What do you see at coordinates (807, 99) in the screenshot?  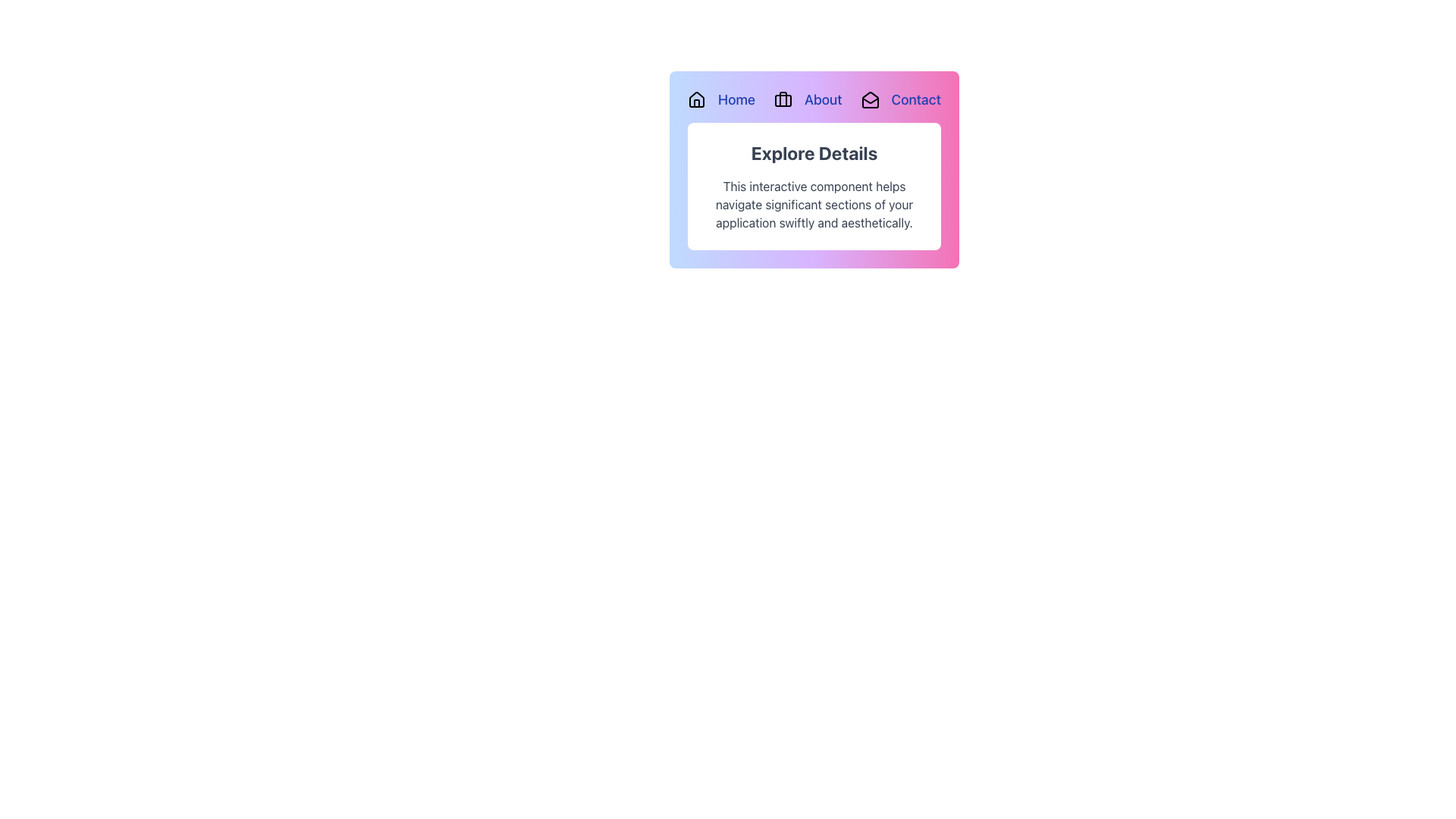 I see `the 'About' hyperlink with the briefcase icon in the horizontal navigation menu` at bounding box center [807, 99].